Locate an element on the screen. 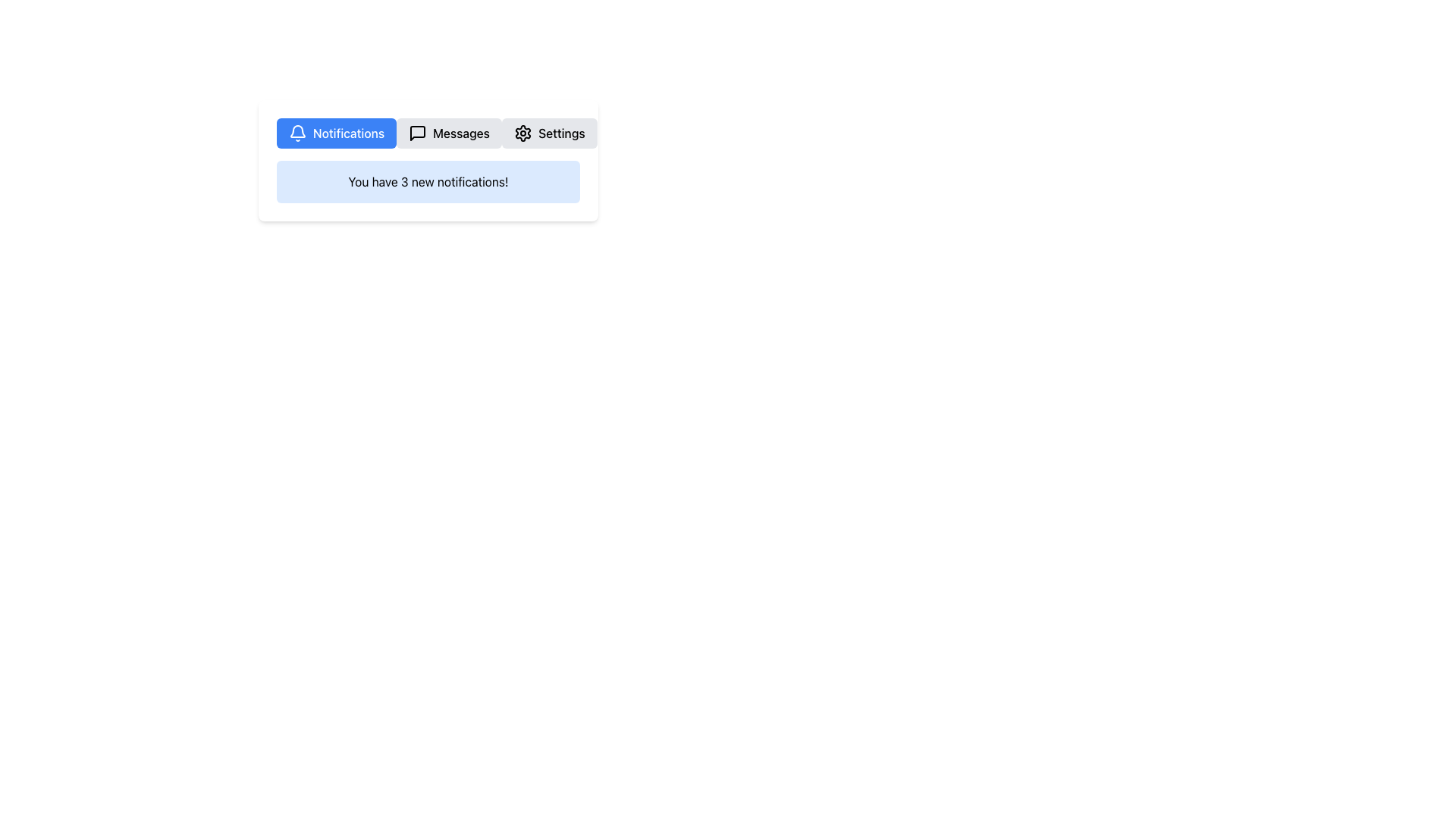  the 'Messages' icon located in the navigation menu at the top center of the window is located at coordinates (418, 133).